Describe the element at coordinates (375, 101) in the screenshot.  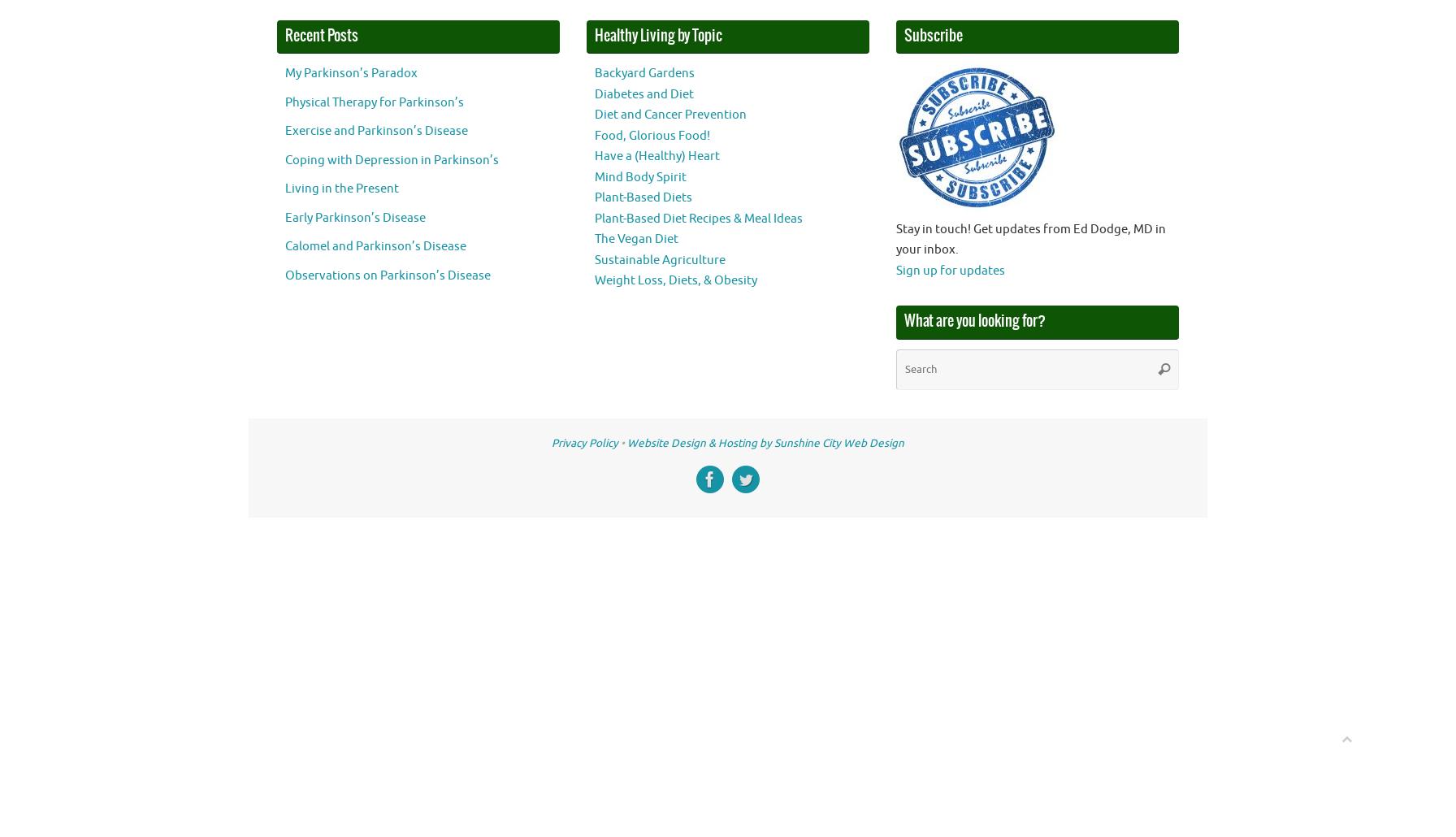
I see `'Physical Therapy for Parkinson’s'` at that location.